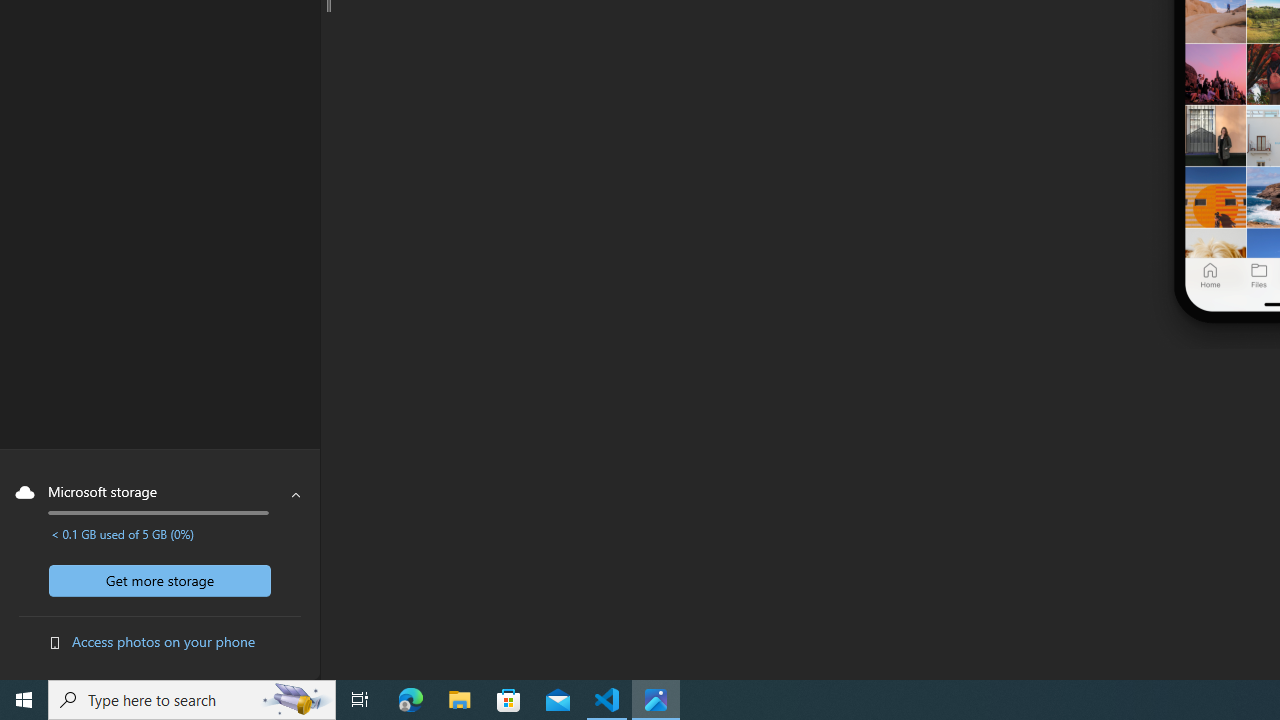 Image resolution: width=1280 pixels, height=720 pixels. Describe the element at coordinates (163, 641) in the screenshot. I see `'Access photos on your phone'` at that location.